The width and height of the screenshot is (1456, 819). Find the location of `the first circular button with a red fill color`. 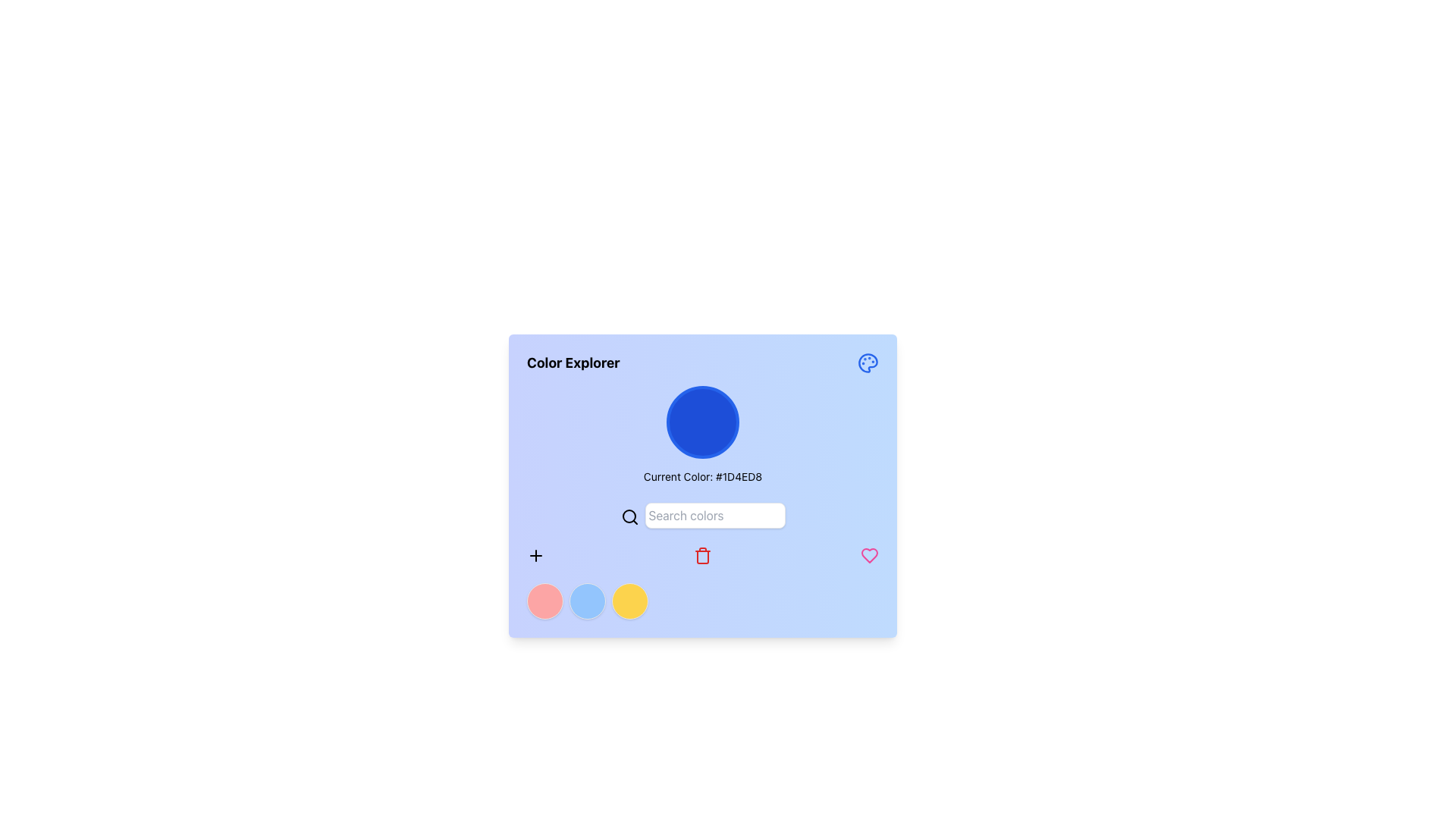

the first circular button with a red fill color is located at coordinates (545, 601).